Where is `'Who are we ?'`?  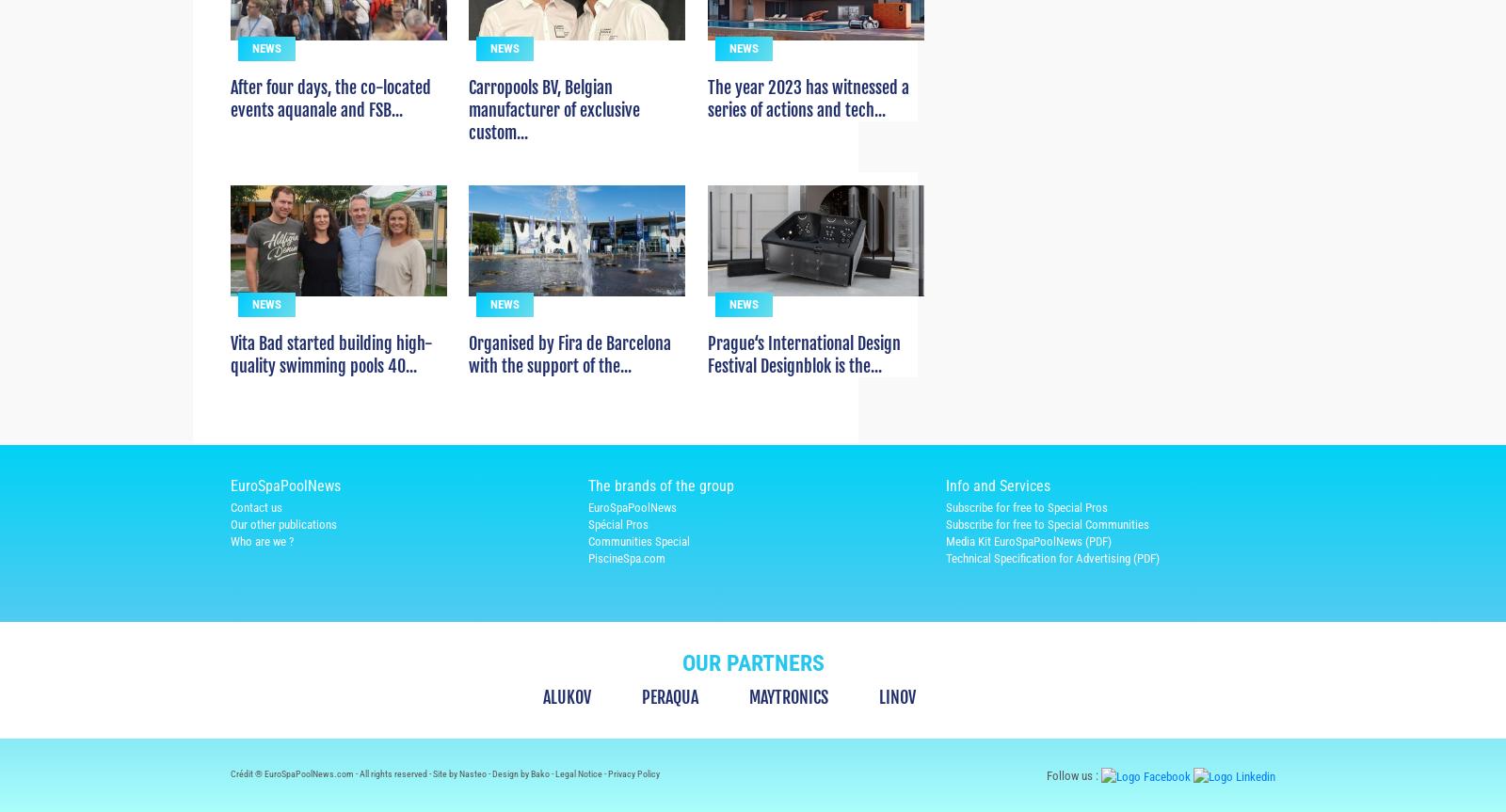
'Who are we ?' is located at coordinates (262, 574).